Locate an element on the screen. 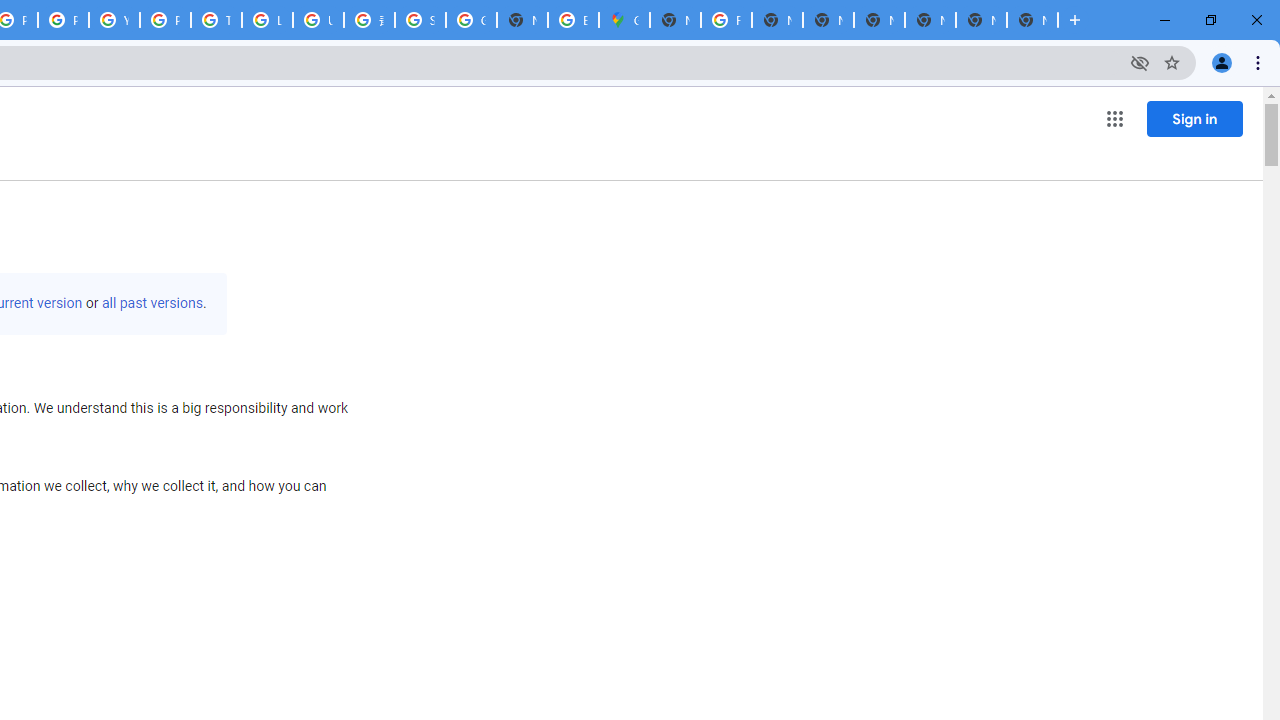 The image size is (1280, 720). 'Sign in - Google Accounts' is located at coordinates (419, 20).